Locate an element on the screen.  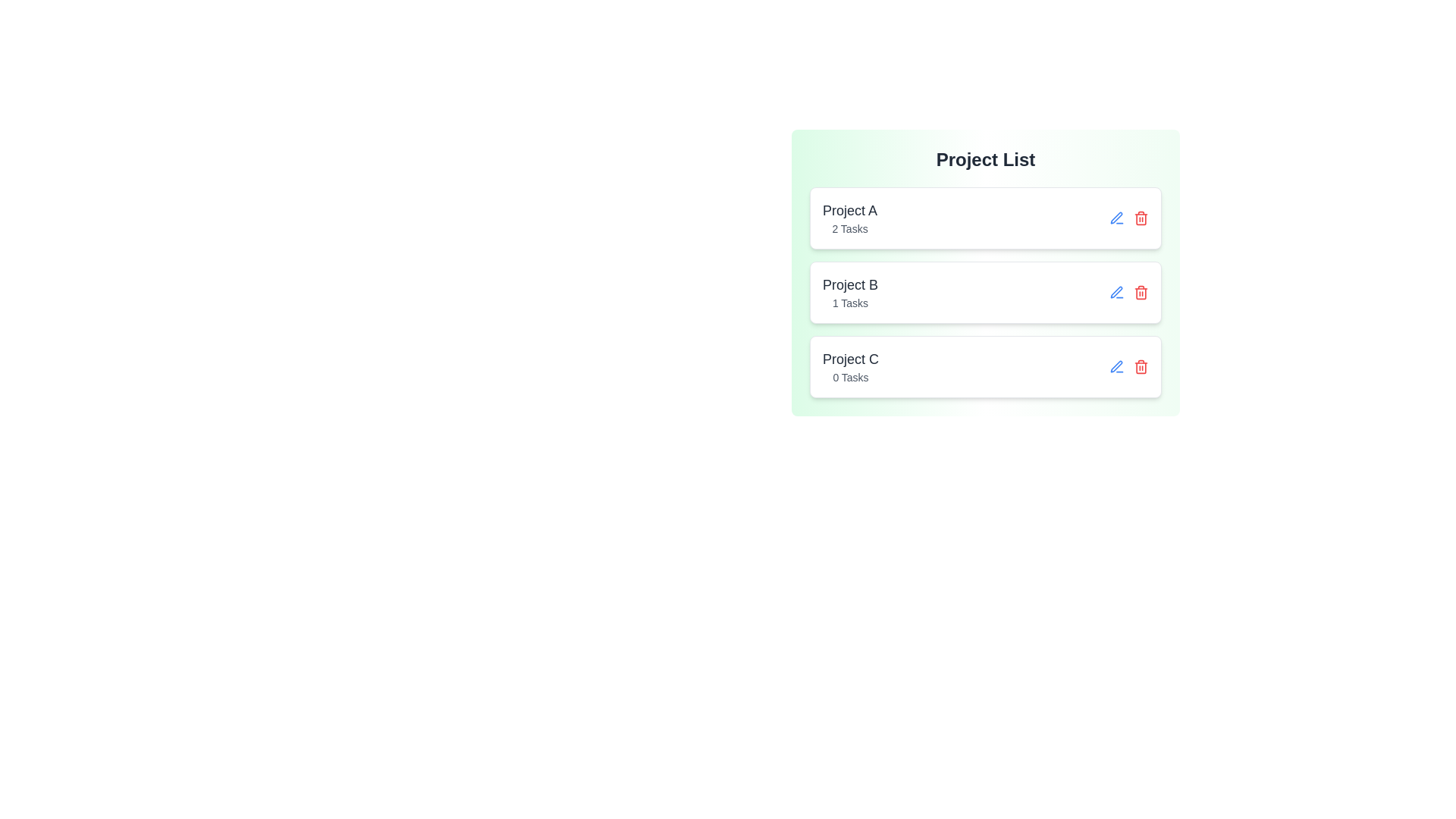
the edit icon for project Project A is located at coordinates (1117, 218).